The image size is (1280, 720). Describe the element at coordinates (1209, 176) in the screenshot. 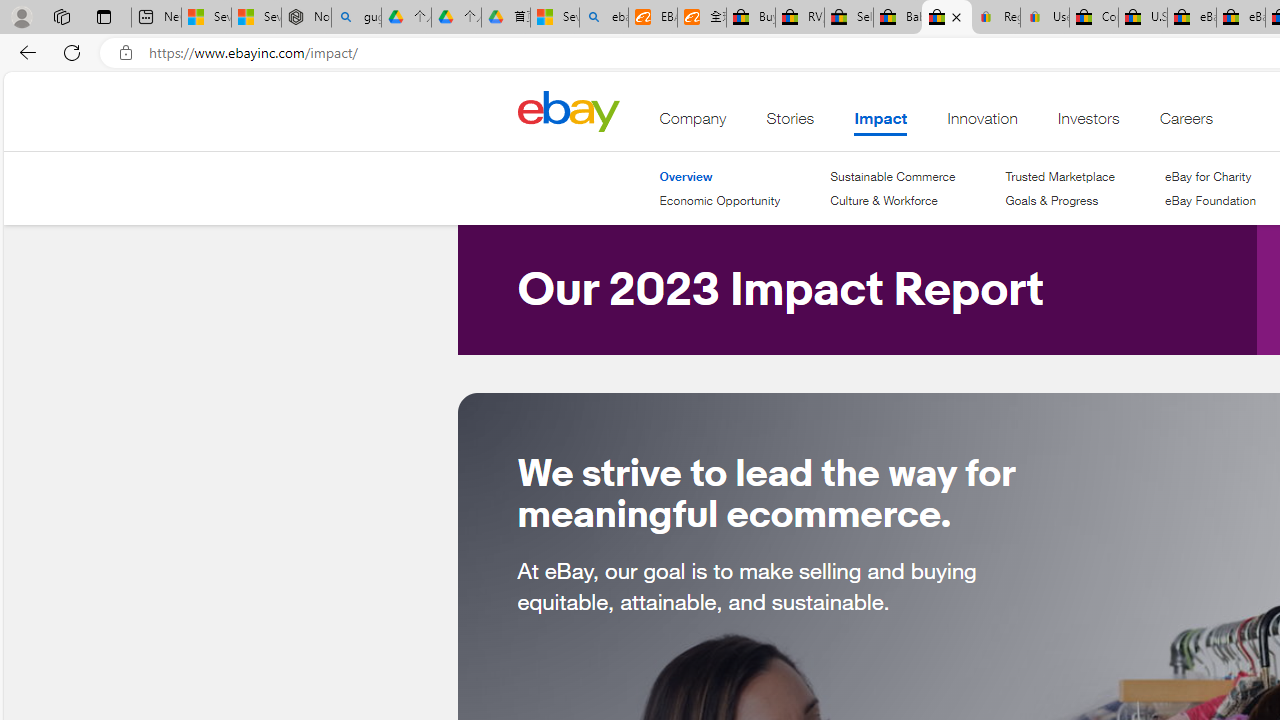

I see `'eBay for Charity'` at that location.